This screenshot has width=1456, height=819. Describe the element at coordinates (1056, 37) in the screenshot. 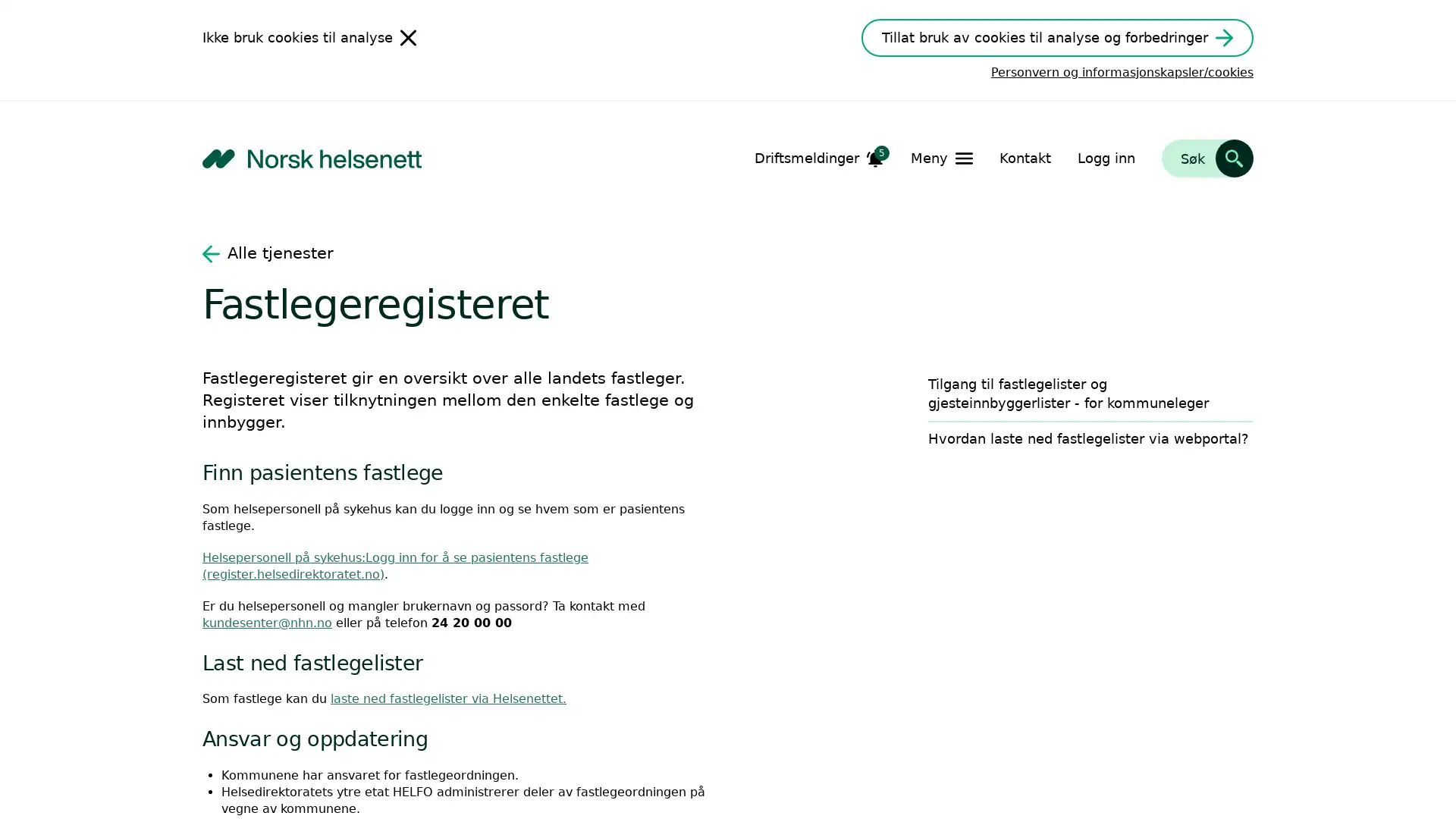

I see `Tillat bruk av cookies til analyse og forbedringer` at that location.